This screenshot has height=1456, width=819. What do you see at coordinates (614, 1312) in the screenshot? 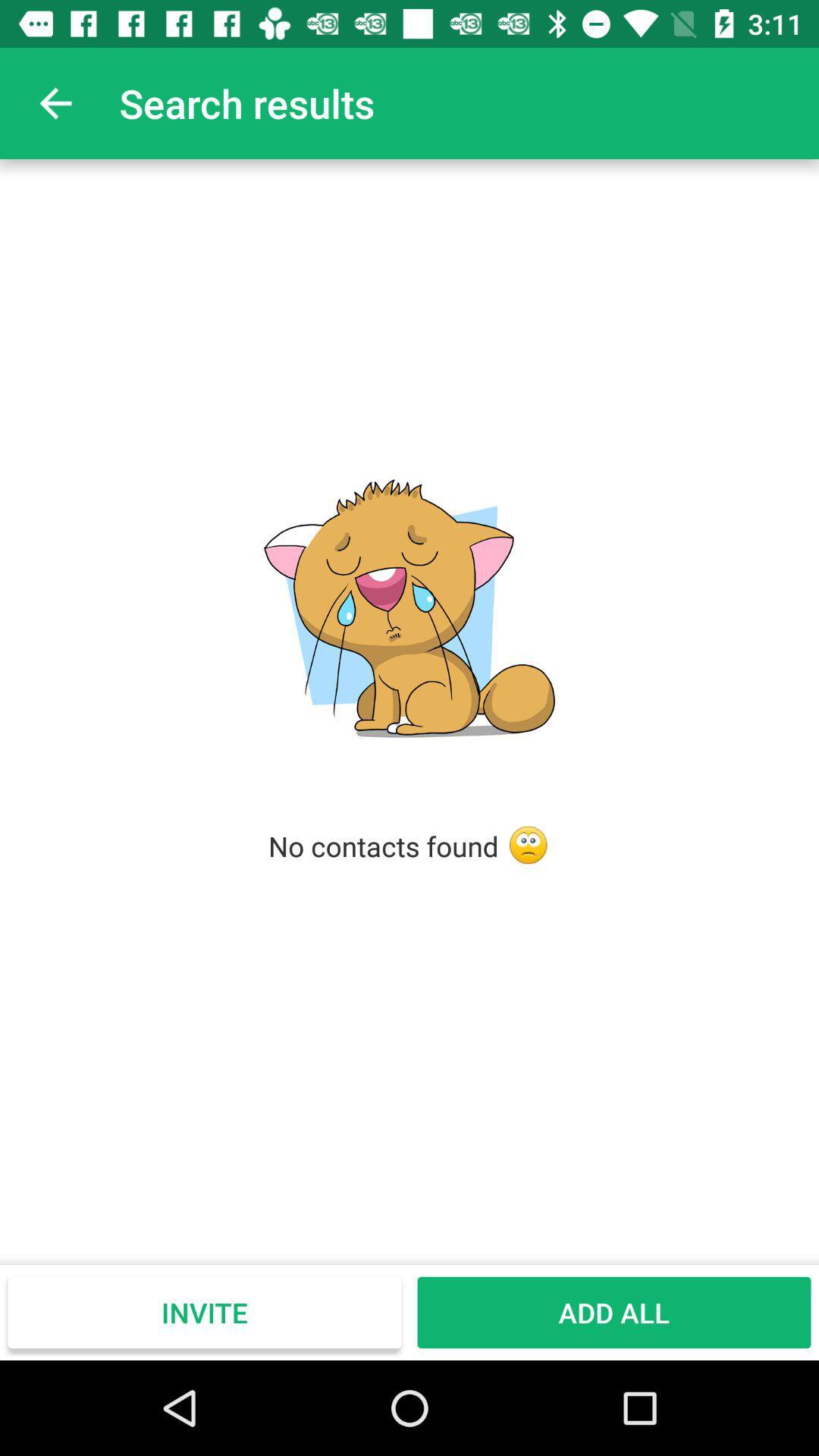
I see `the icon next to the invite icon` at bounding box center [614, 1312].